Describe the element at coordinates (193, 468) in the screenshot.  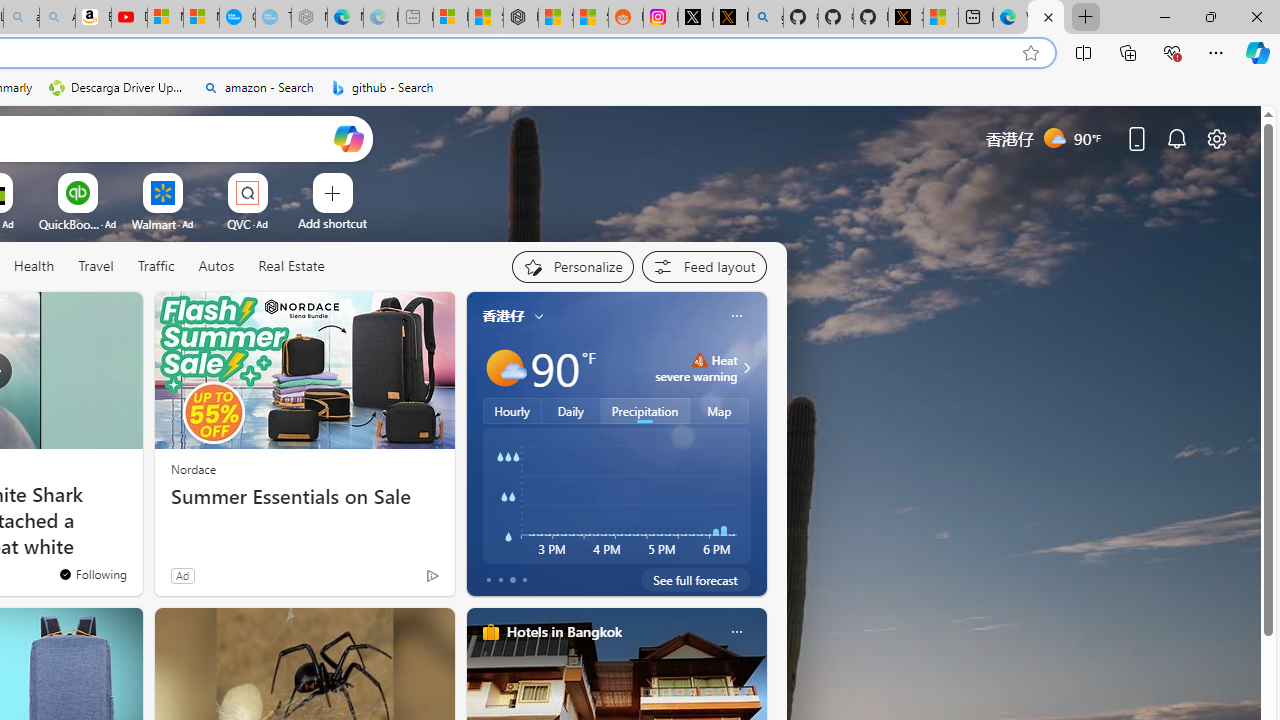
I see `'Nordace'` at that location.